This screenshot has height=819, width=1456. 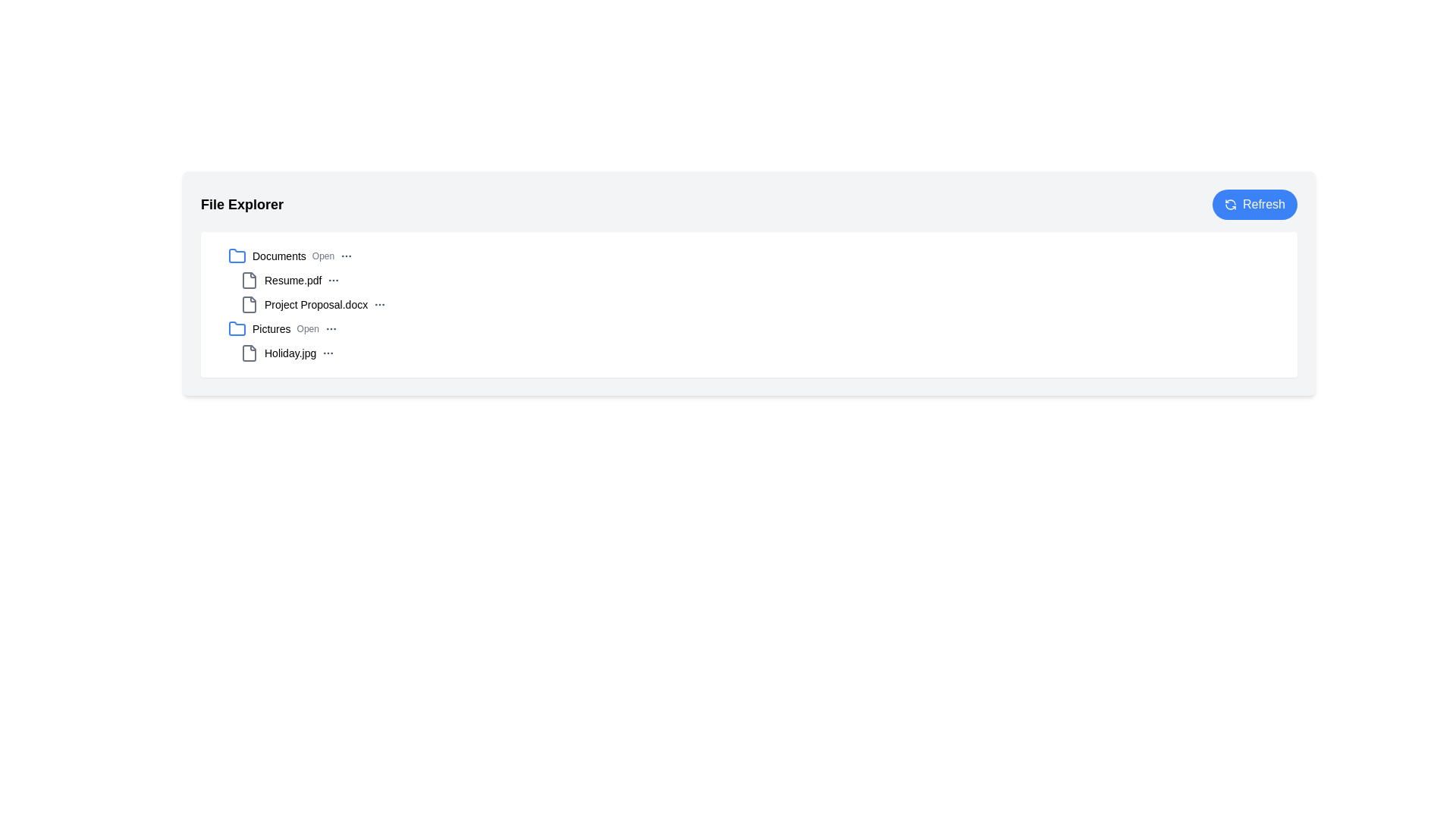 I want to click on the folder icon in the file explorer, which is a small icon with a blue outline located to the immediate left of the 'Pictures Open' text label, so click(x=236, y=327).